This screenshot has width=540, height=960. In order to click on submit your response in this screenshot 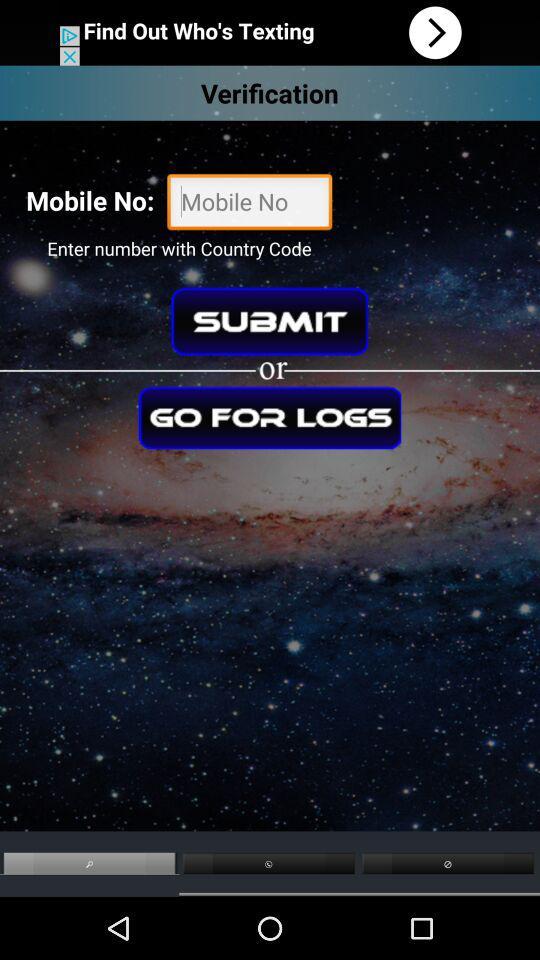, I will do `click(269, 321)`.